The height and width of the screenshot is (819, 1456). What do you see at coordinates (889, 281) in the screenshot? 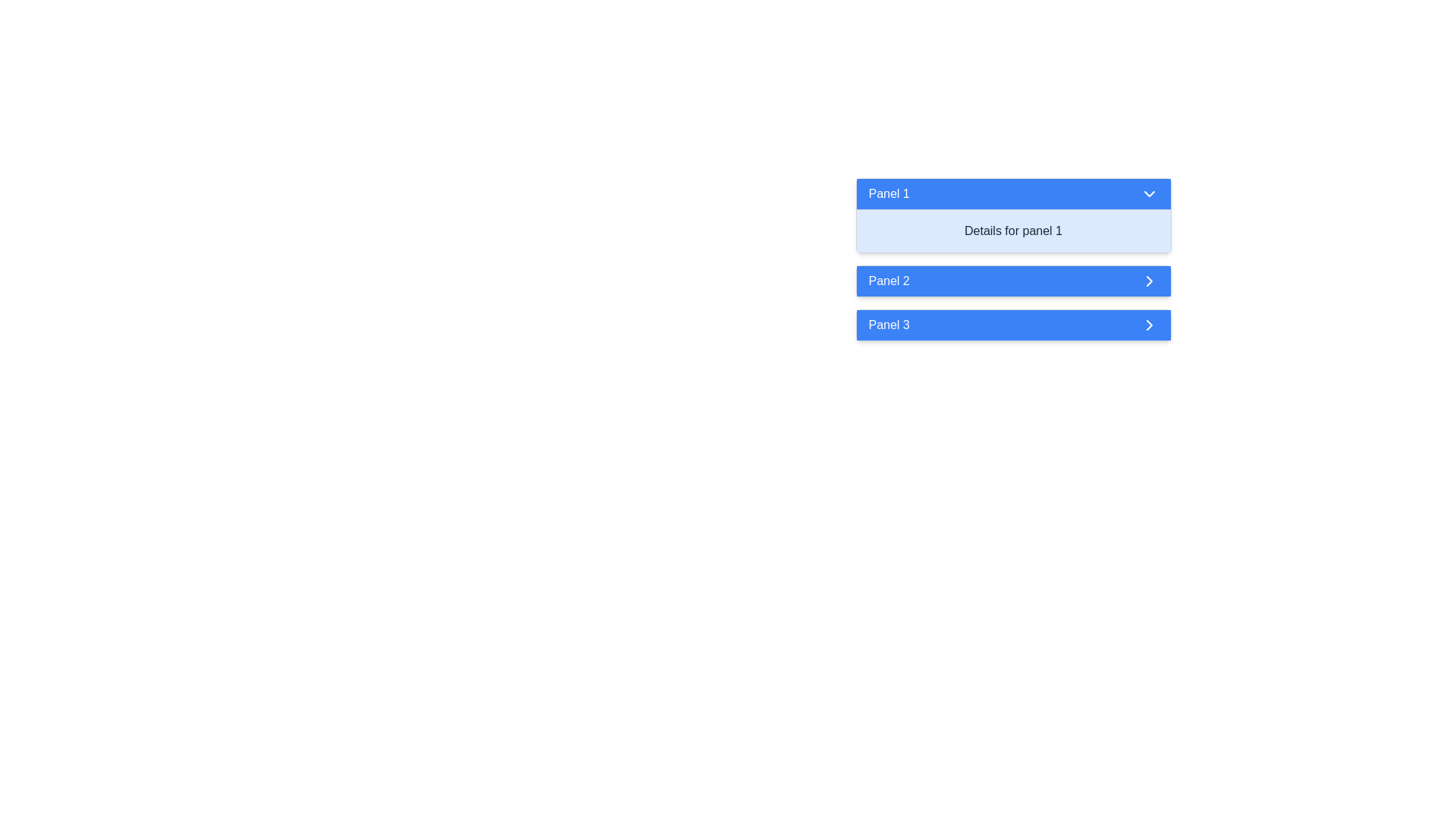
I see `the text label displaying 'Panel 2' which is a white text on a blue rectangular button with rounded corners, positioned in a vertical list between 'Panel 1' and 'Panel 3'` at bounding box center [889, 281].